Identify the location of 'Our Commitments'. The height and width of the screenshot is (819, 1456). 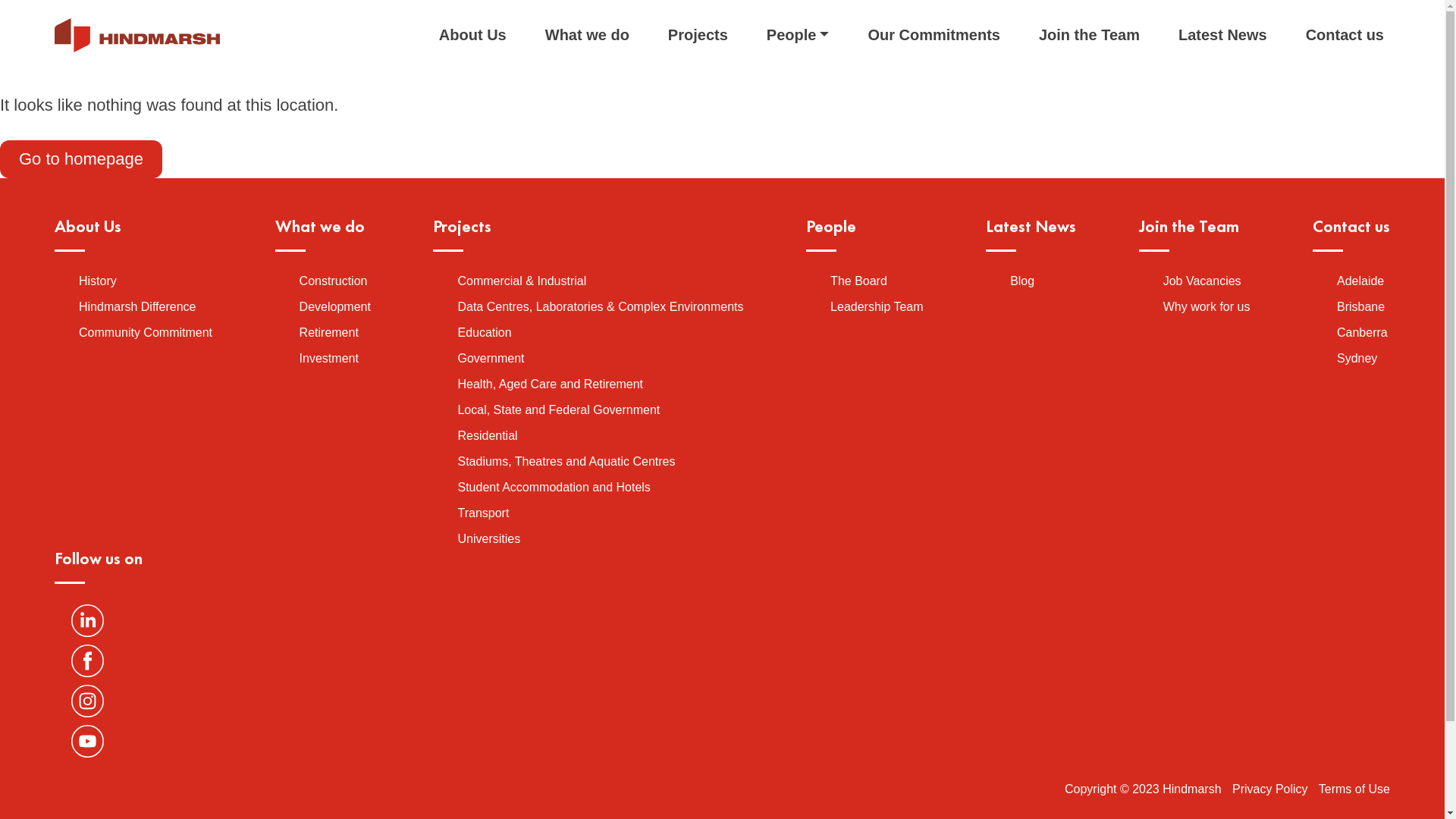
(932, 34).